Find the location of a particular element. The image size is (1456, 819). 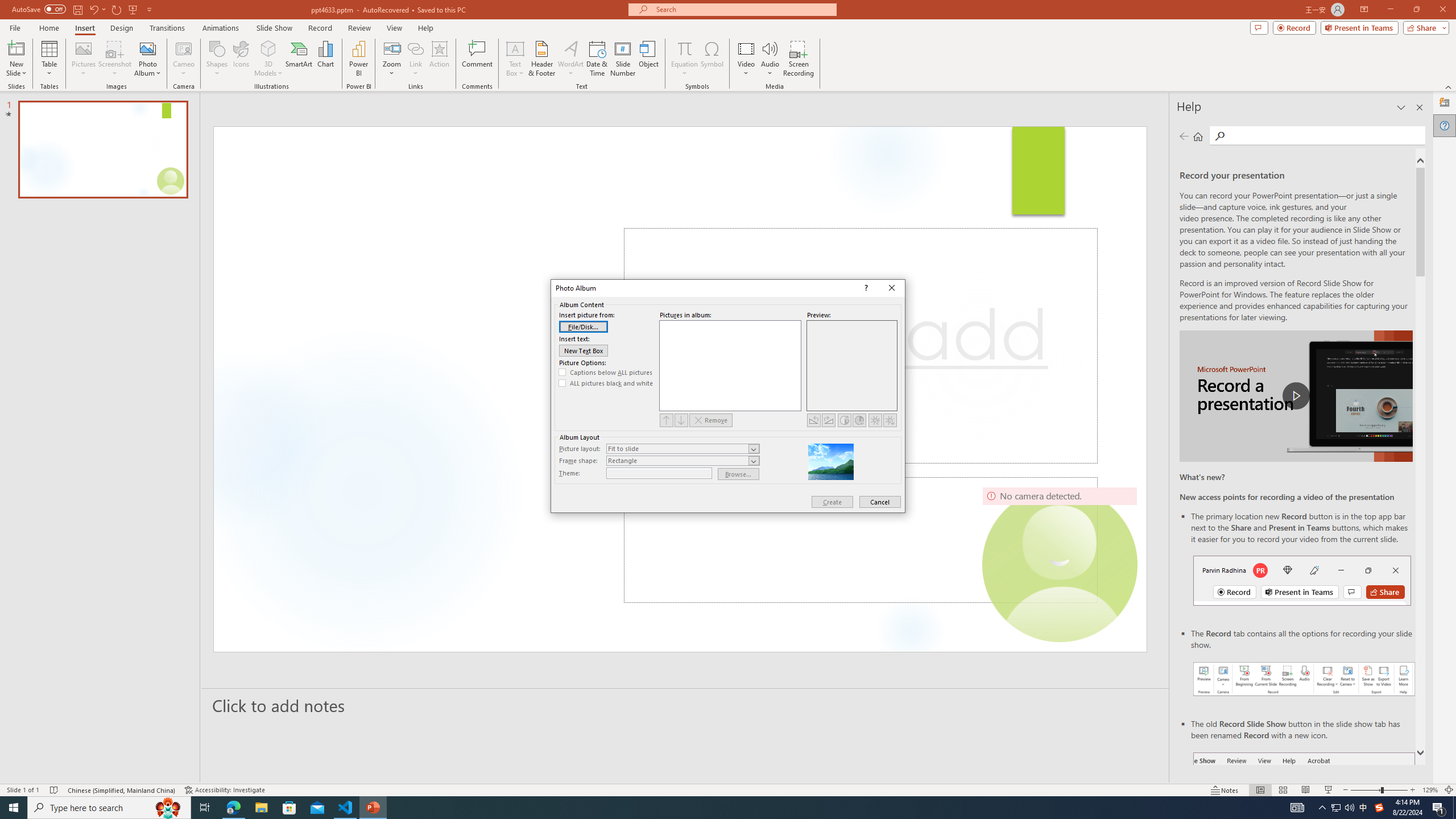

'Screenshot' is located at coordinates (114, 59).